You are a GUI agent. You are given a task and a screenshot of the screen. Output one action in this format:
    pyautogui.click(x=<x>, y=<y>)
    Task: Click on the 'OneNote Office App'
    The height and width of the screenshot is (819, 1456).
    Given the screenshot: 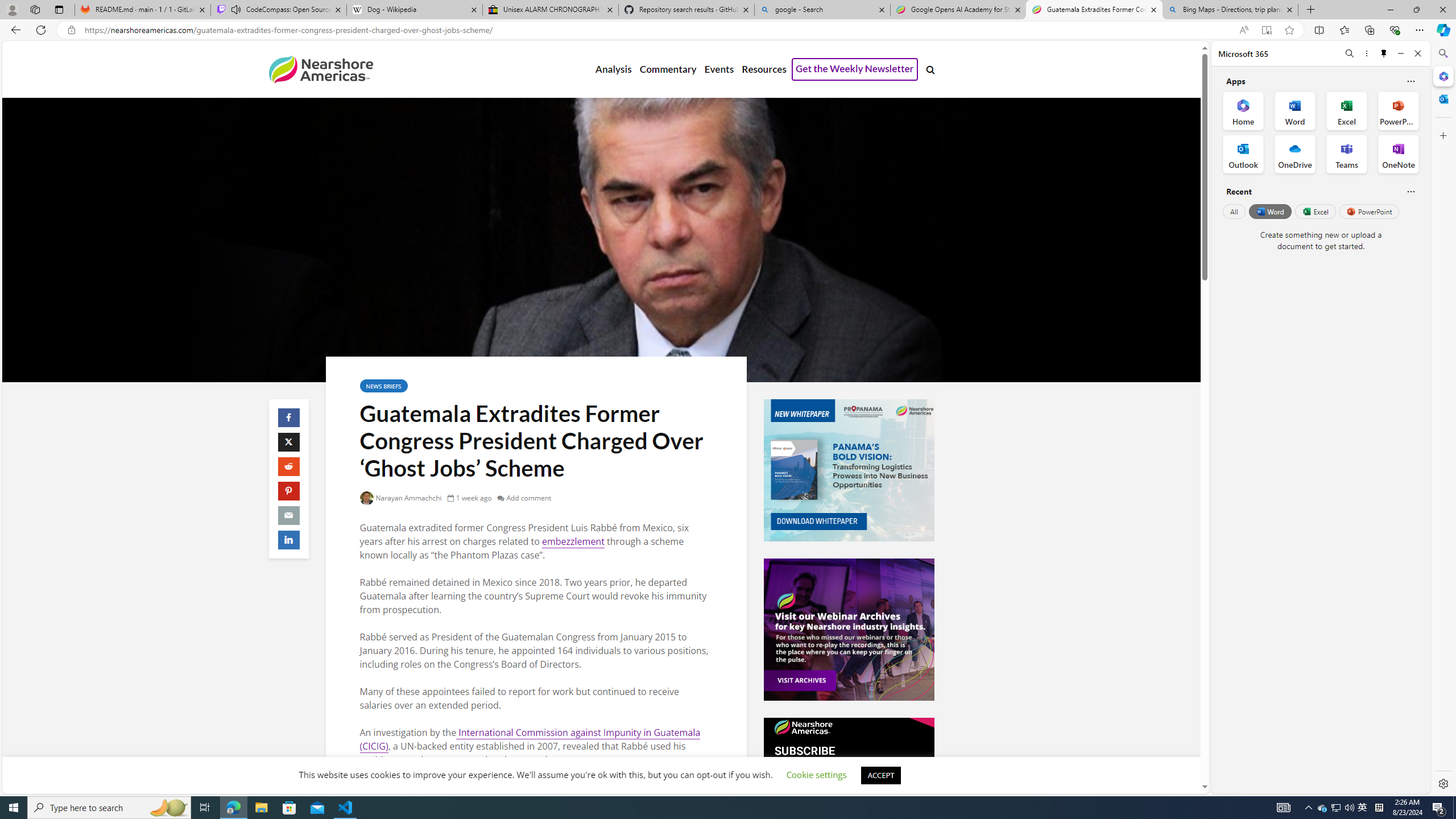 What is the action you would take?
    pyautogui.click(x=1398, y=154)
    